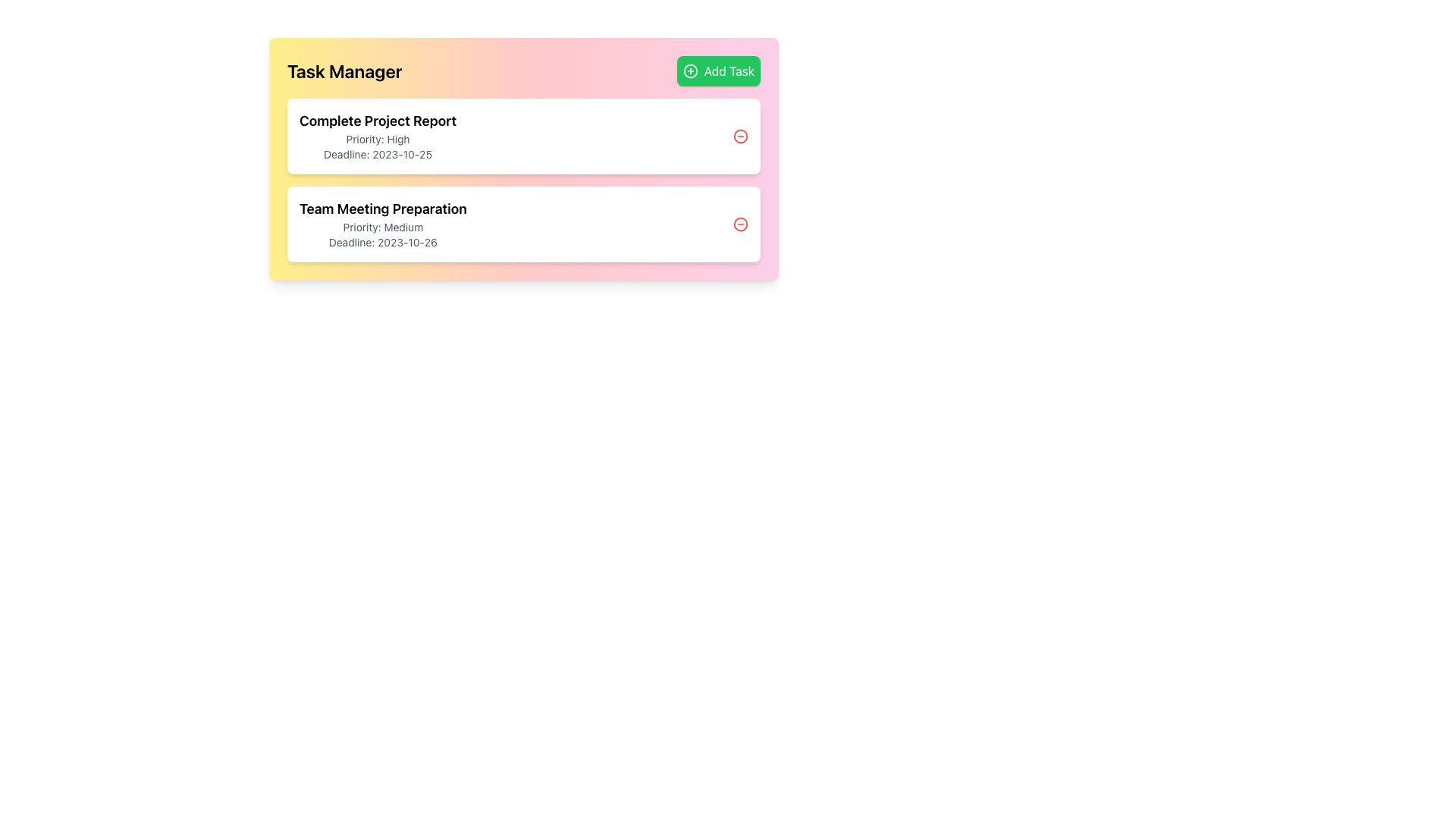 The image size is (1456, 819). What do you see at coordinates (741, 136) in the screenshot?
I see `the icon button located at the top-right corner of the task card labeled 'Complete Project Report'` at bounding box center [741, 136].